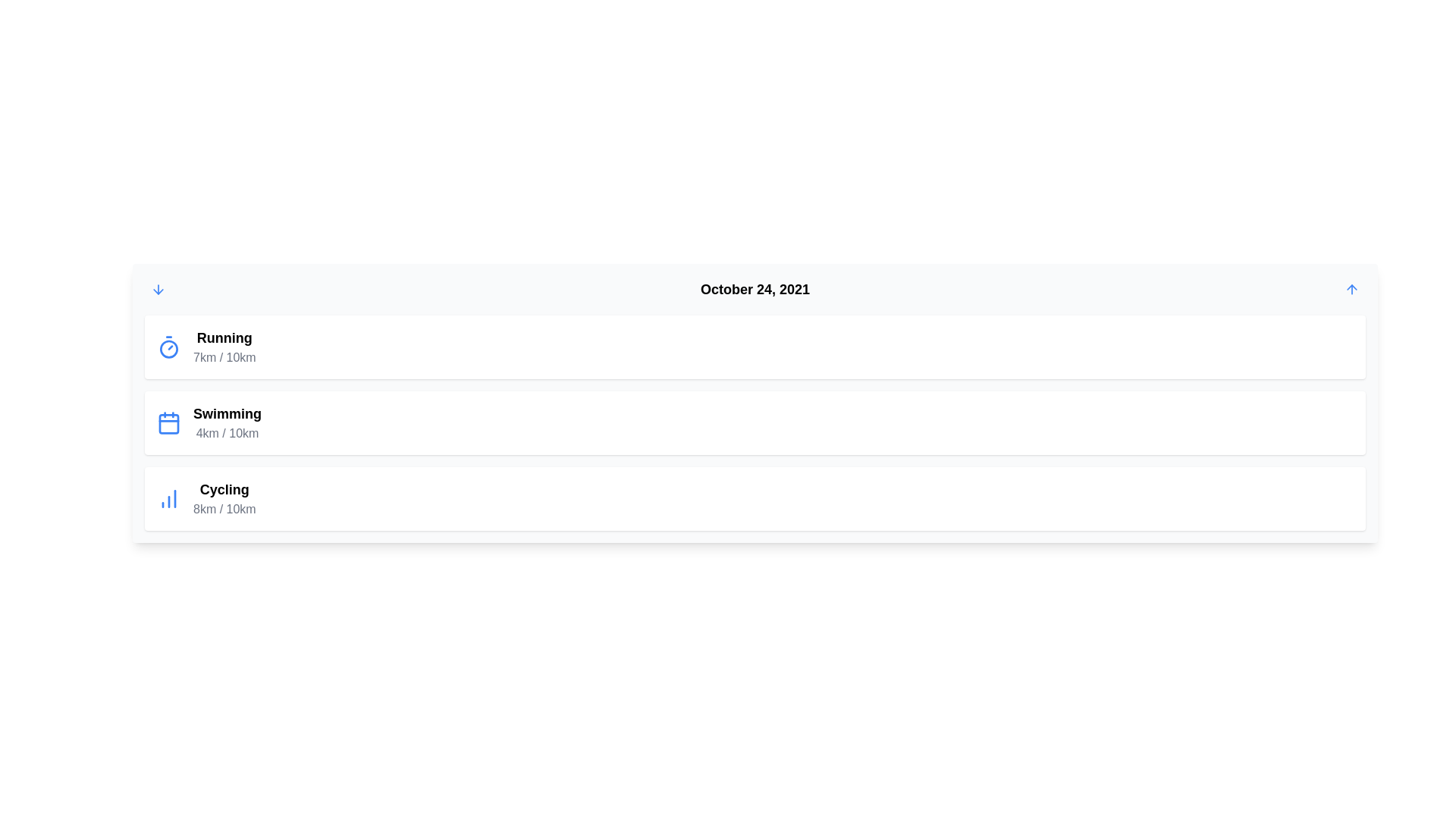 This screenshot has height=819, width=1456. I want to click on the 'Running' activity icon located to the left of the text 'Running 7km / 10km' in the topmost section of the list, so click(168, 347).